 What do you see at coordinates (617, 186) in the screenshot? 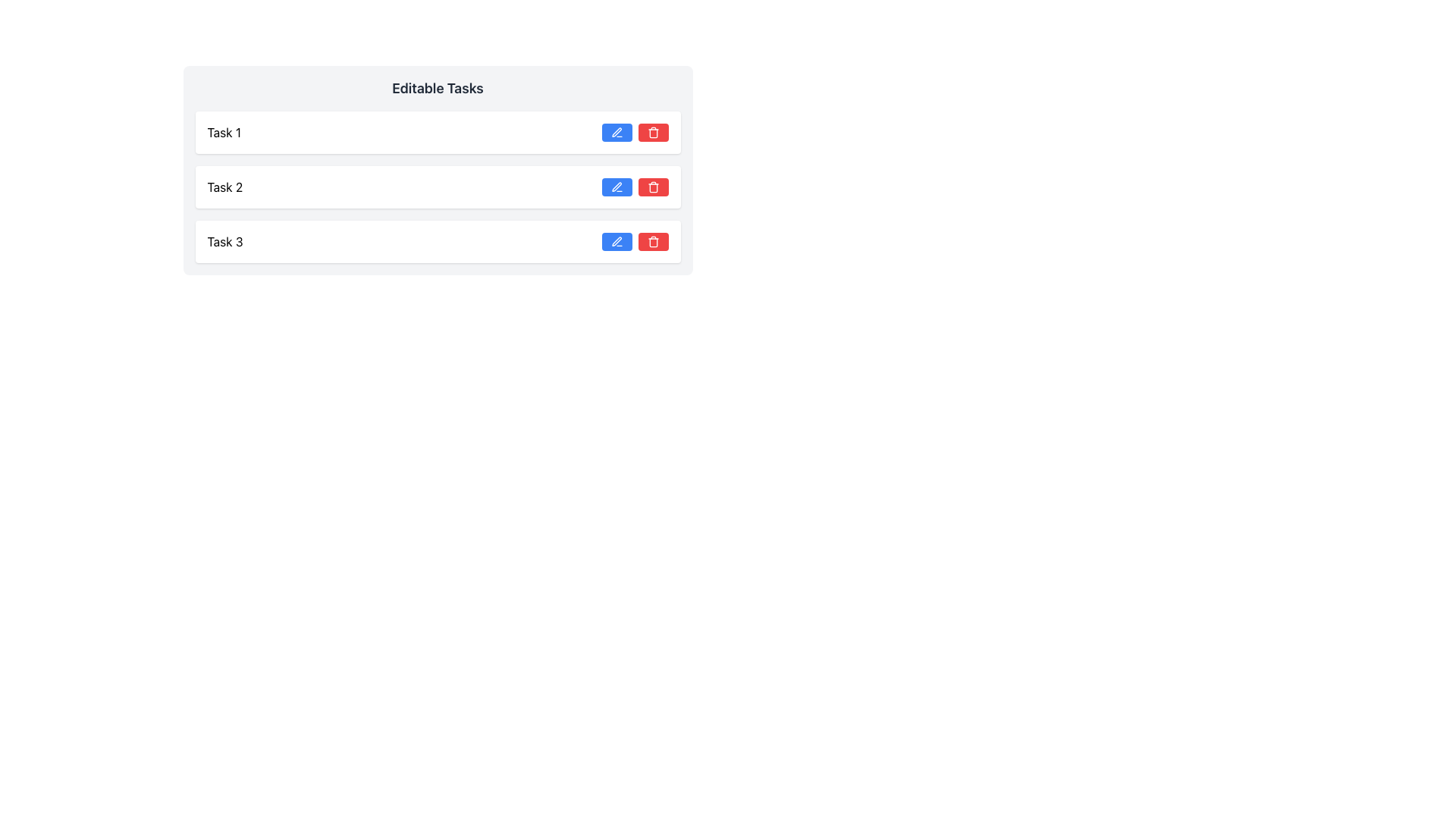
I see `the blue edit button located at the far right of the second task row to initiate edit mode for the associated task` at bounding box center [617, 186].